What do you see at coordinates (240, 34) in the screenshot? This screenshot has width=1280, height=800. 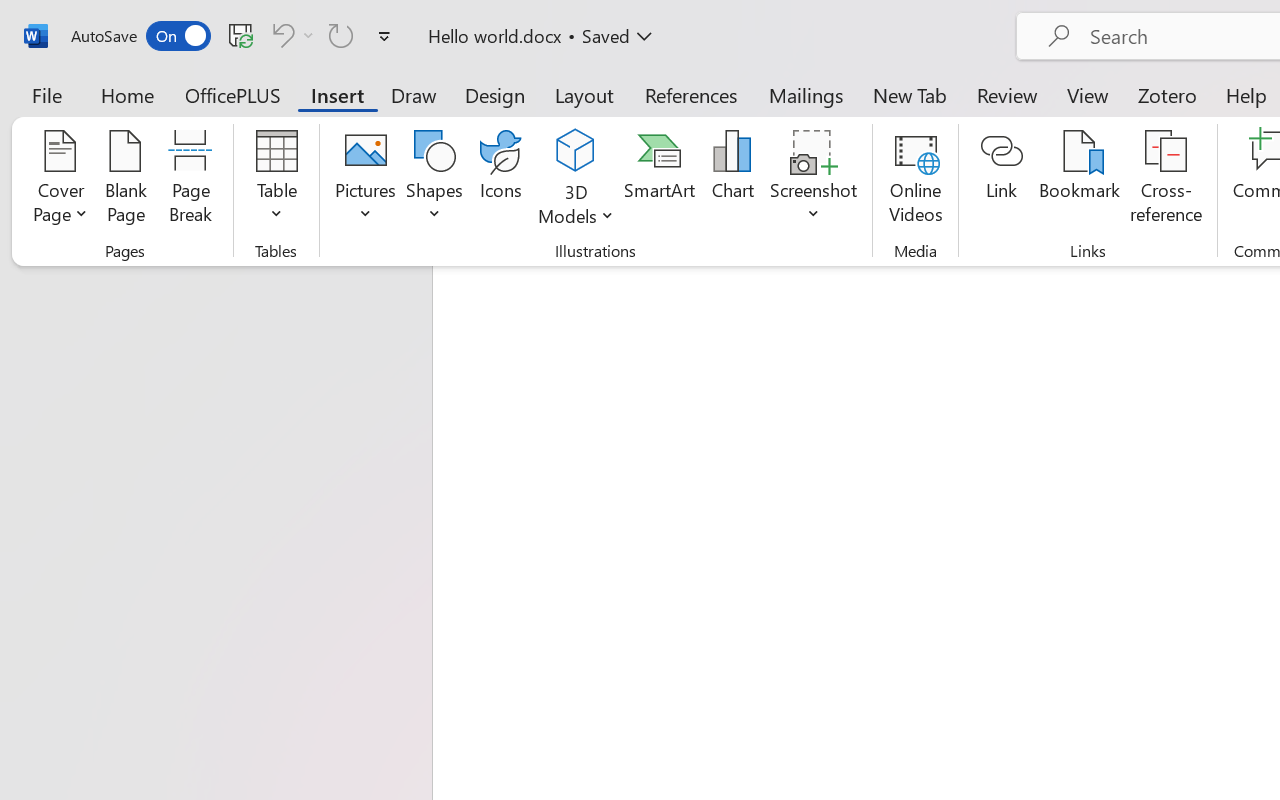 I see `'Save'` at bounding box center [240, 34].